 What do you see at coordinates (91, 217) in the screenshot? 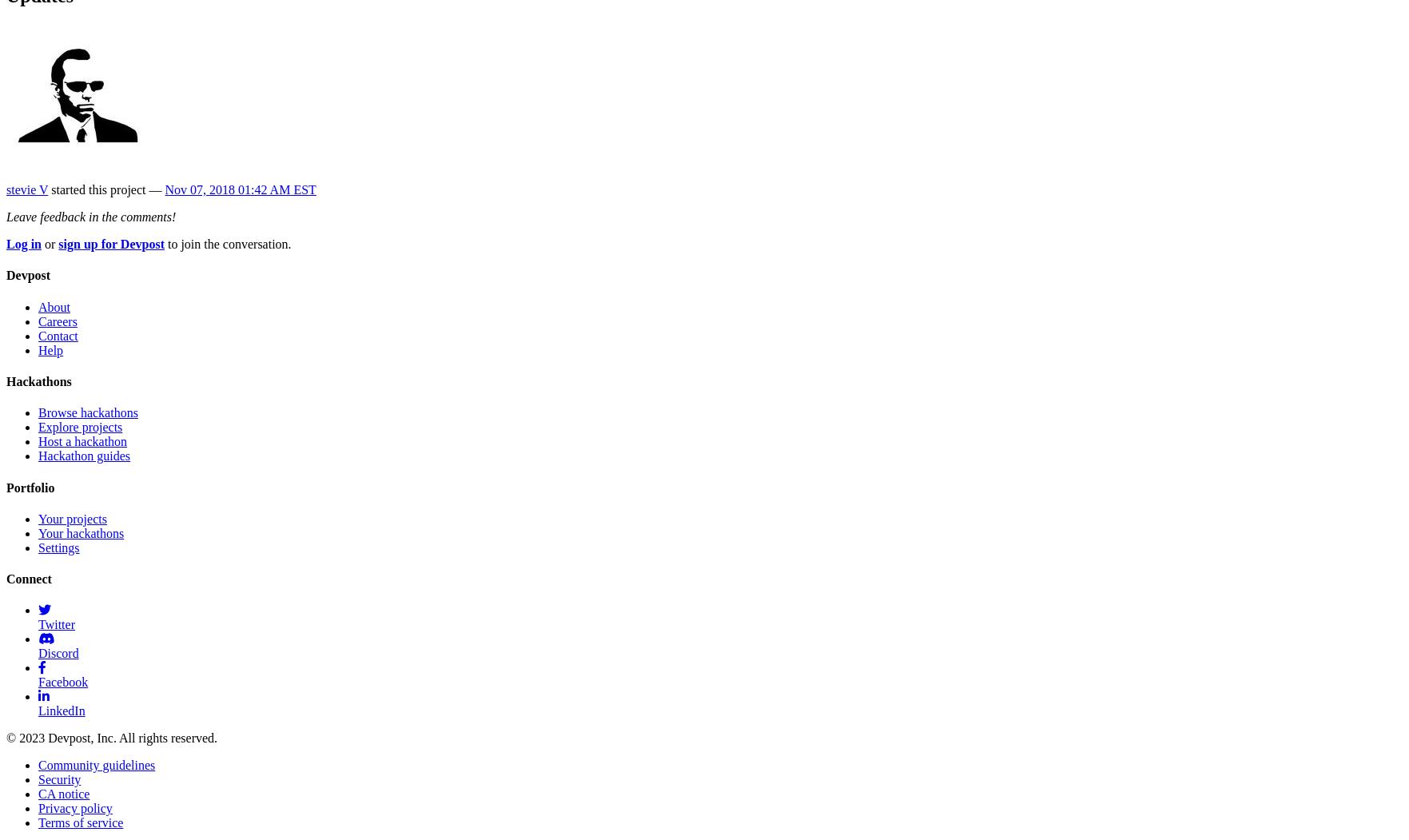
I see `'Leave feedback in the comments!'` at bounding box center [91, 217].